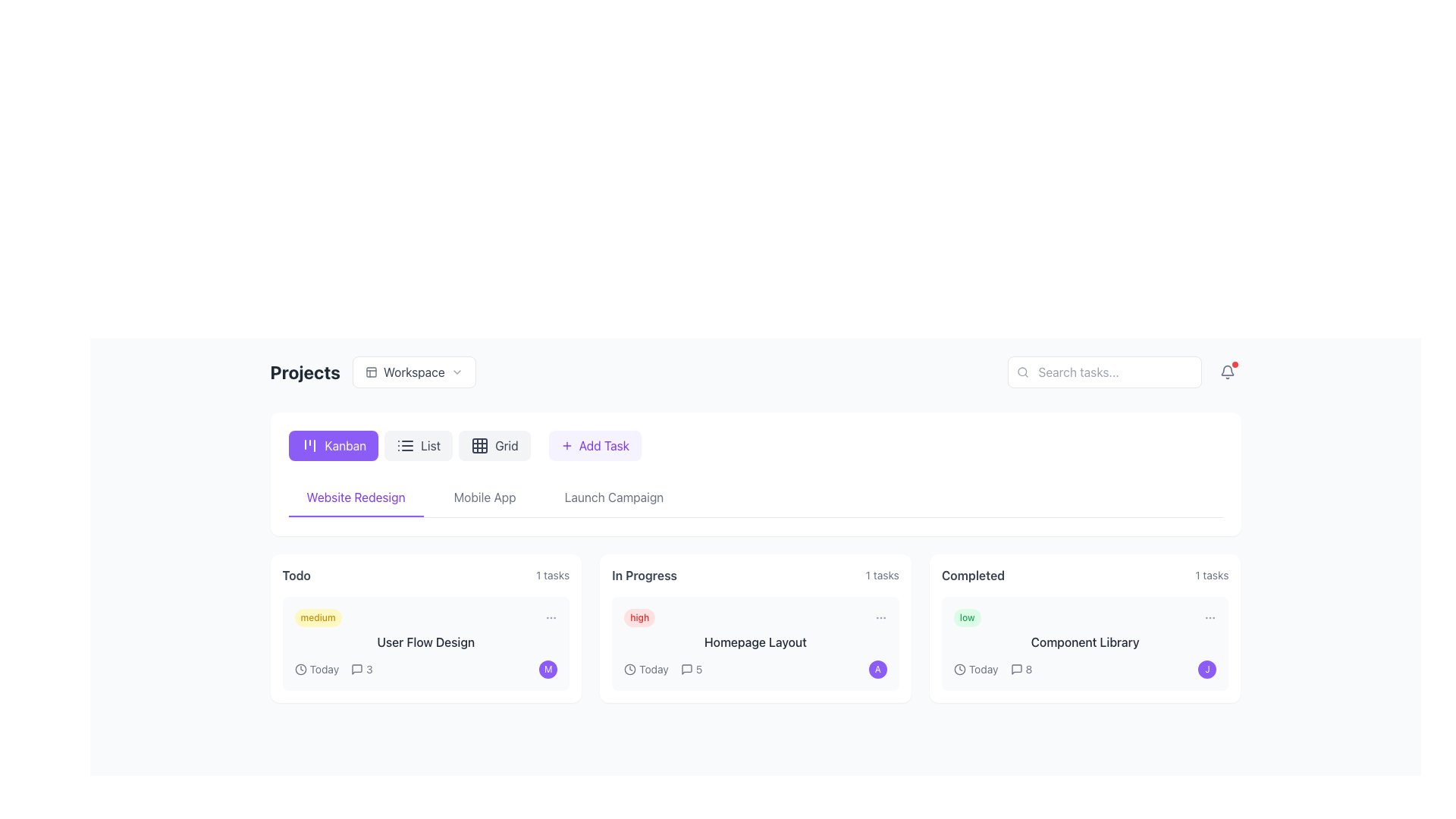 Image resolution: width=1456 pixels, height=819 pixels. What do you see at coordinates (414, 372) in the screenshot?
I see `the dropdown menu trigger button located to the right of the 'Projects' header` at bounding box center [414, 372].